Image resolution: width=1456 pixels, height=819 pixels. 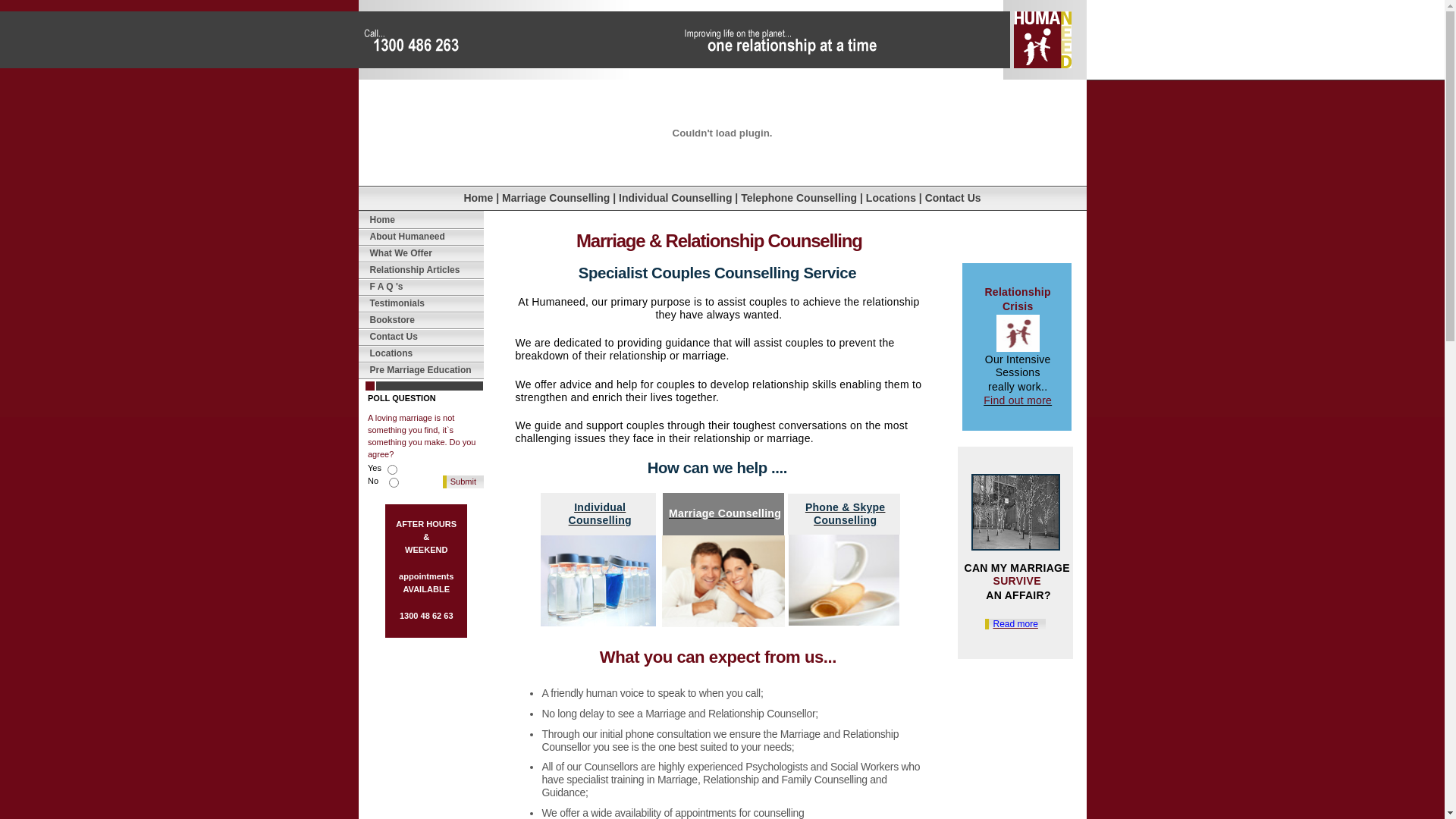 What do you see at coordinates (985, 623) in the screenshot?
I see `'Read more'` at bounding box center [985, 623].